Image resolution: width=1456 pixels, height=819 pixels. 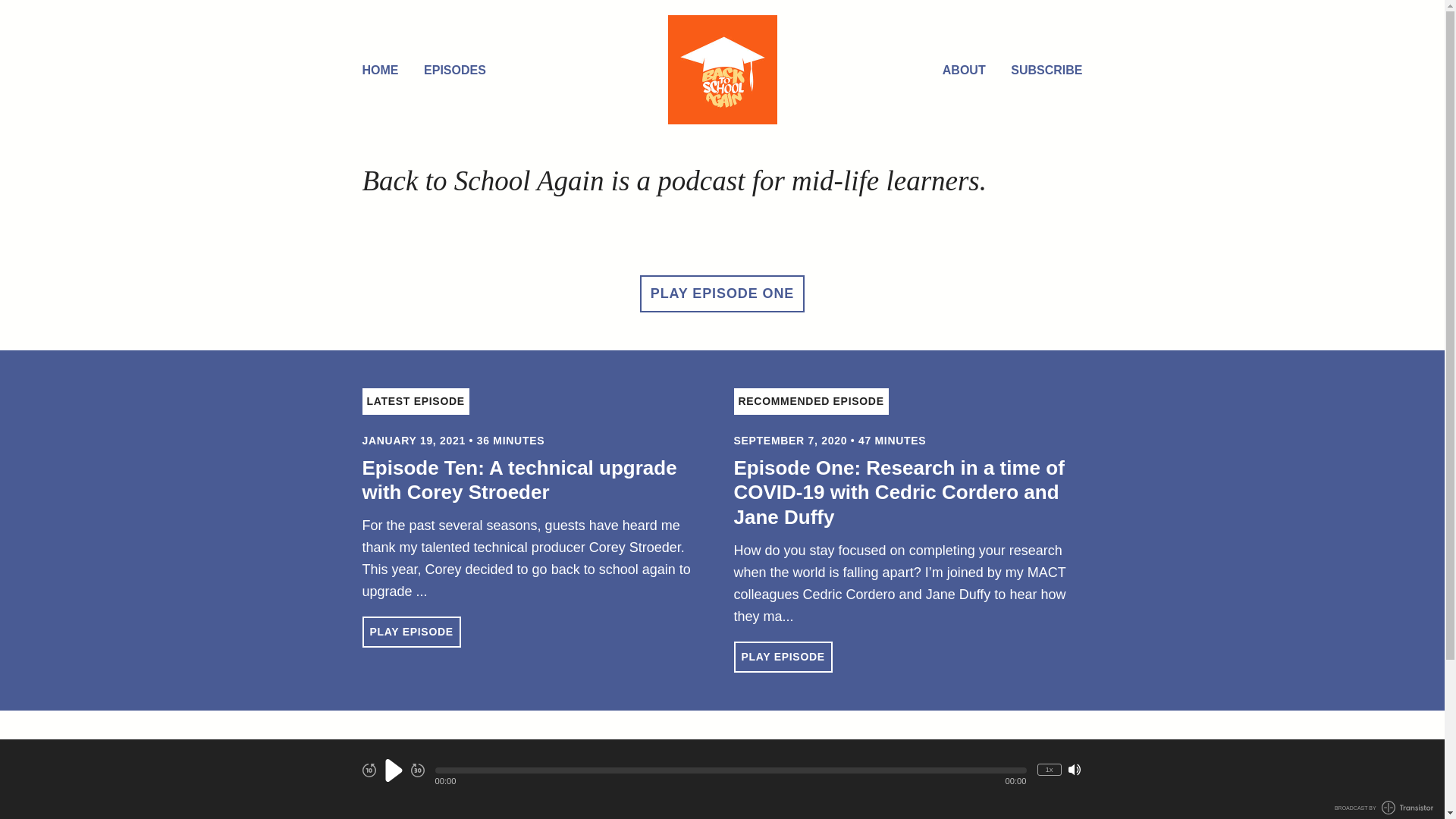 What do you see at coordinates (519, 480) in the screenshot?
I see `'Episode Ten: A technical upgrade with Corey Stroeder'` at bounding box center [519, 480].